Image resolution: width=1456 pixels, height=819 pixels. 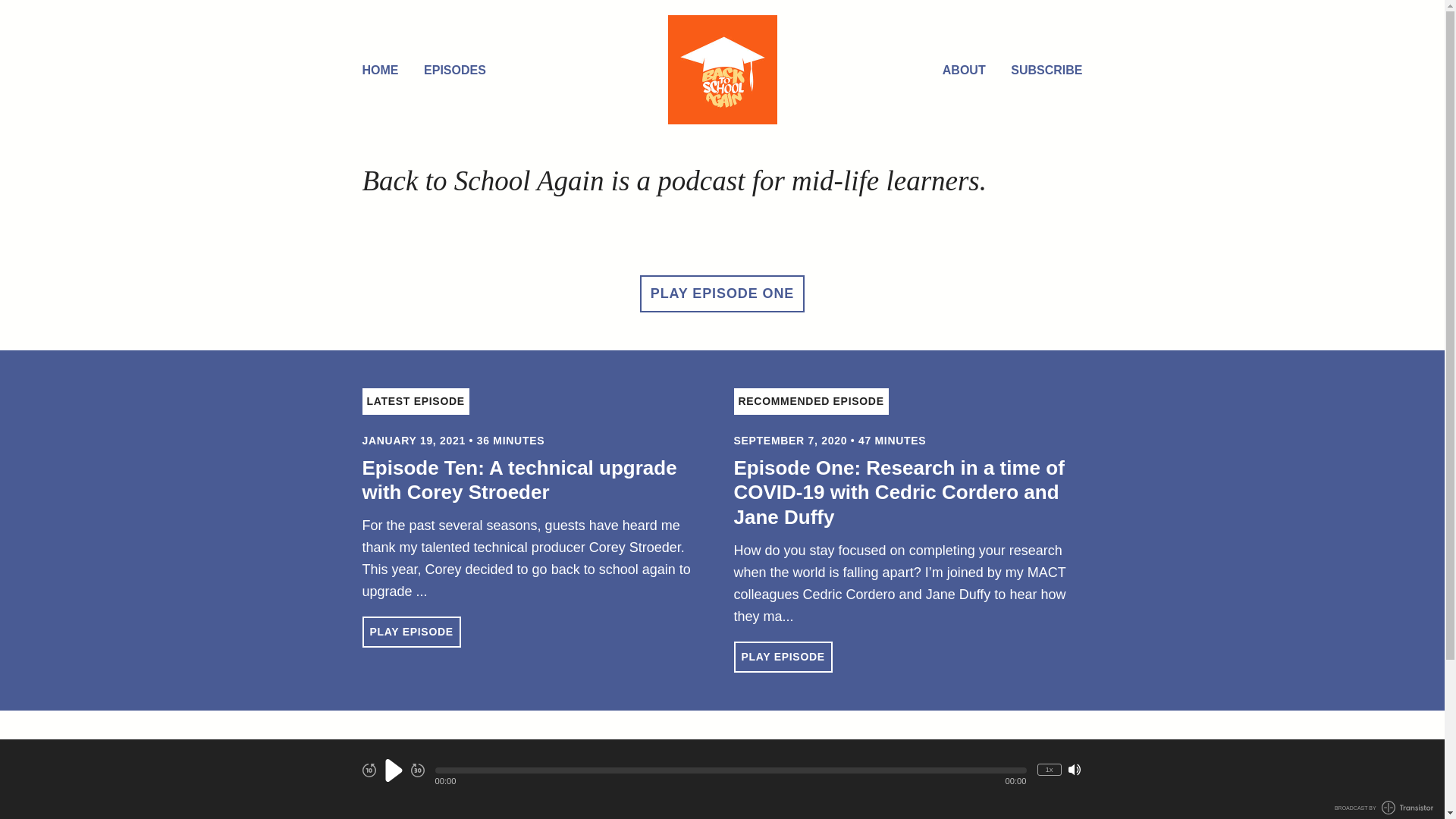 What do you see at coordinates (519, 480) in the screenshot?
I see `'Episode Ten: A technical upgrade with Corey Stroeder'` at bounding box center [519, 480].